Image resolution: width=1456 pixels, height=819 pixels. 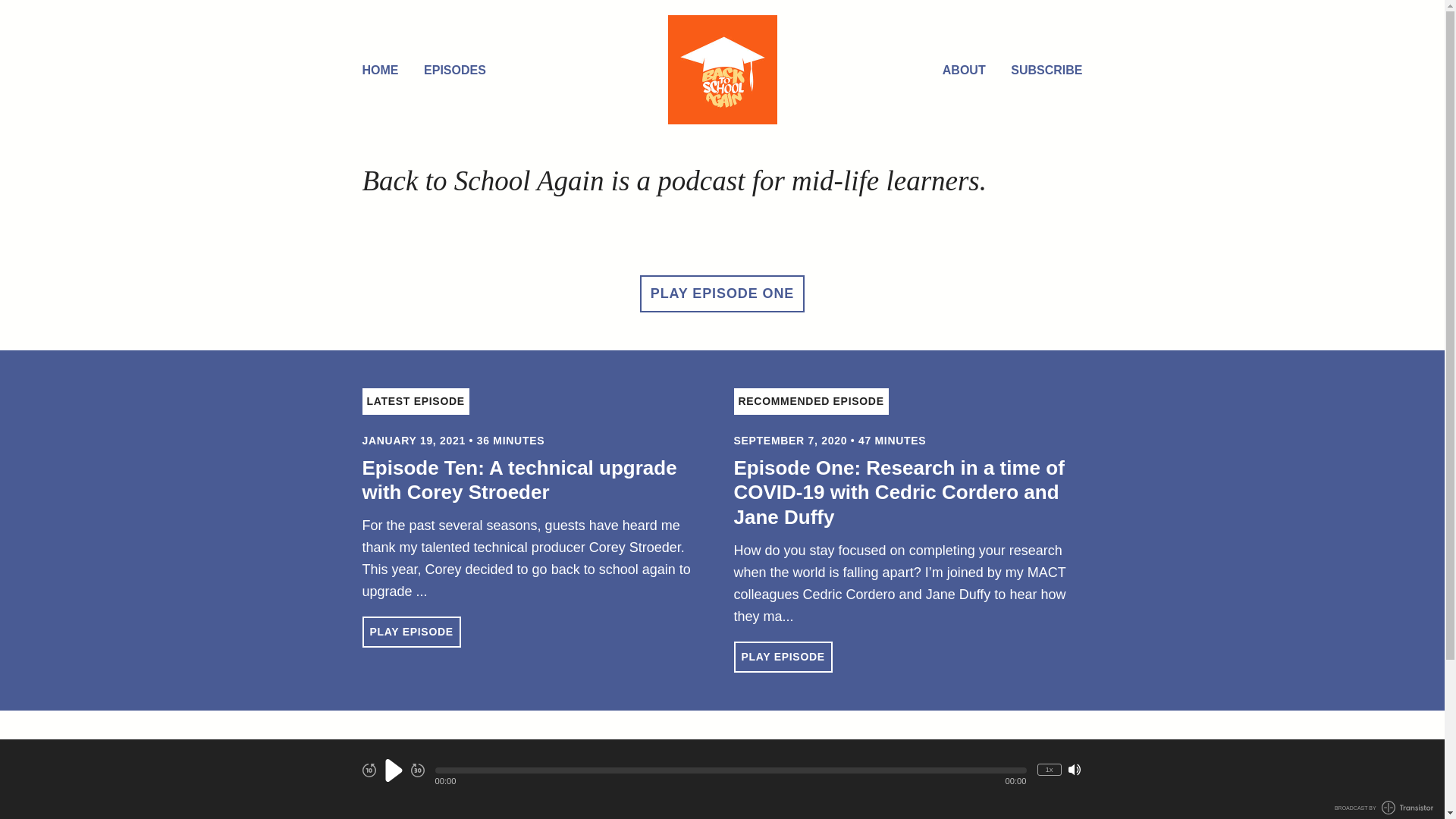 What do you see at coordinates (519, 480) in the screenshot?
I see `'Episode Ten: A technical upgrade with Corey Stroeder'` at bounding box center [519, 480].